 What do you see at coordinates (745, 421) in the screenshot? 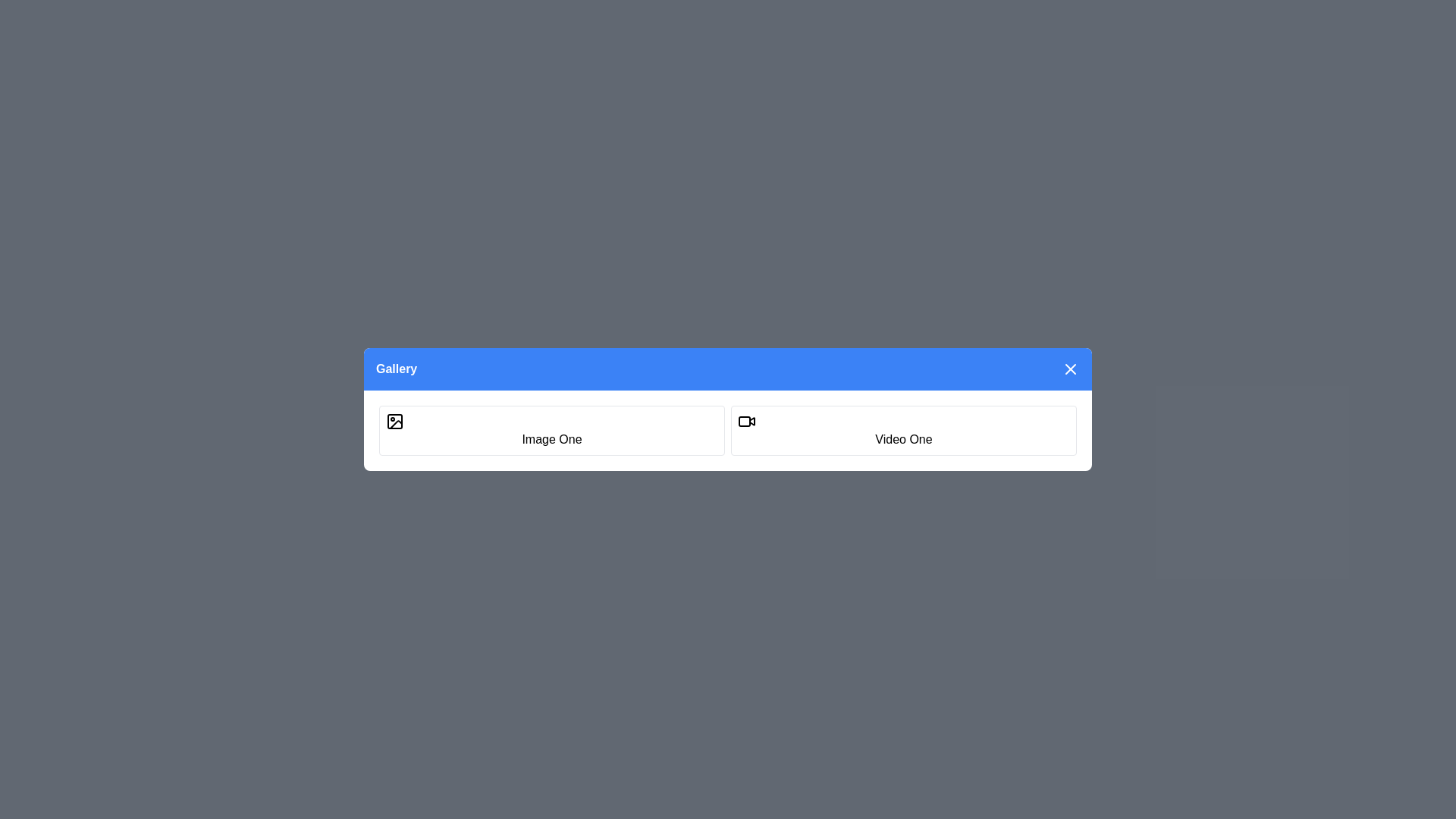
I see `the graphical component within the video icon, which is represented by a rectangle in the lower left corner of the composite icon` at bounding box center [745, 421].